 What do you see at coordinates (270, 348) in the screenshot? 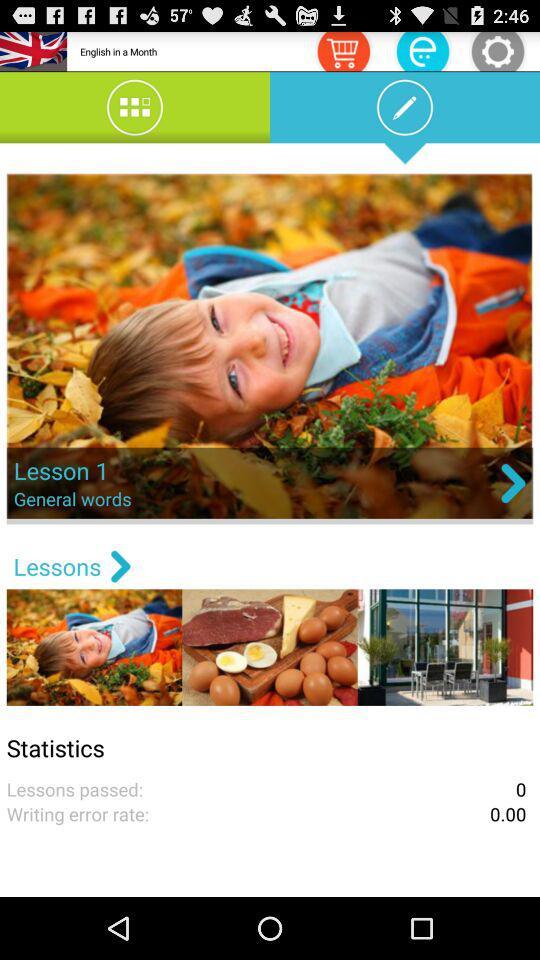
I see `open lesson` at bounding box center [270, 348].